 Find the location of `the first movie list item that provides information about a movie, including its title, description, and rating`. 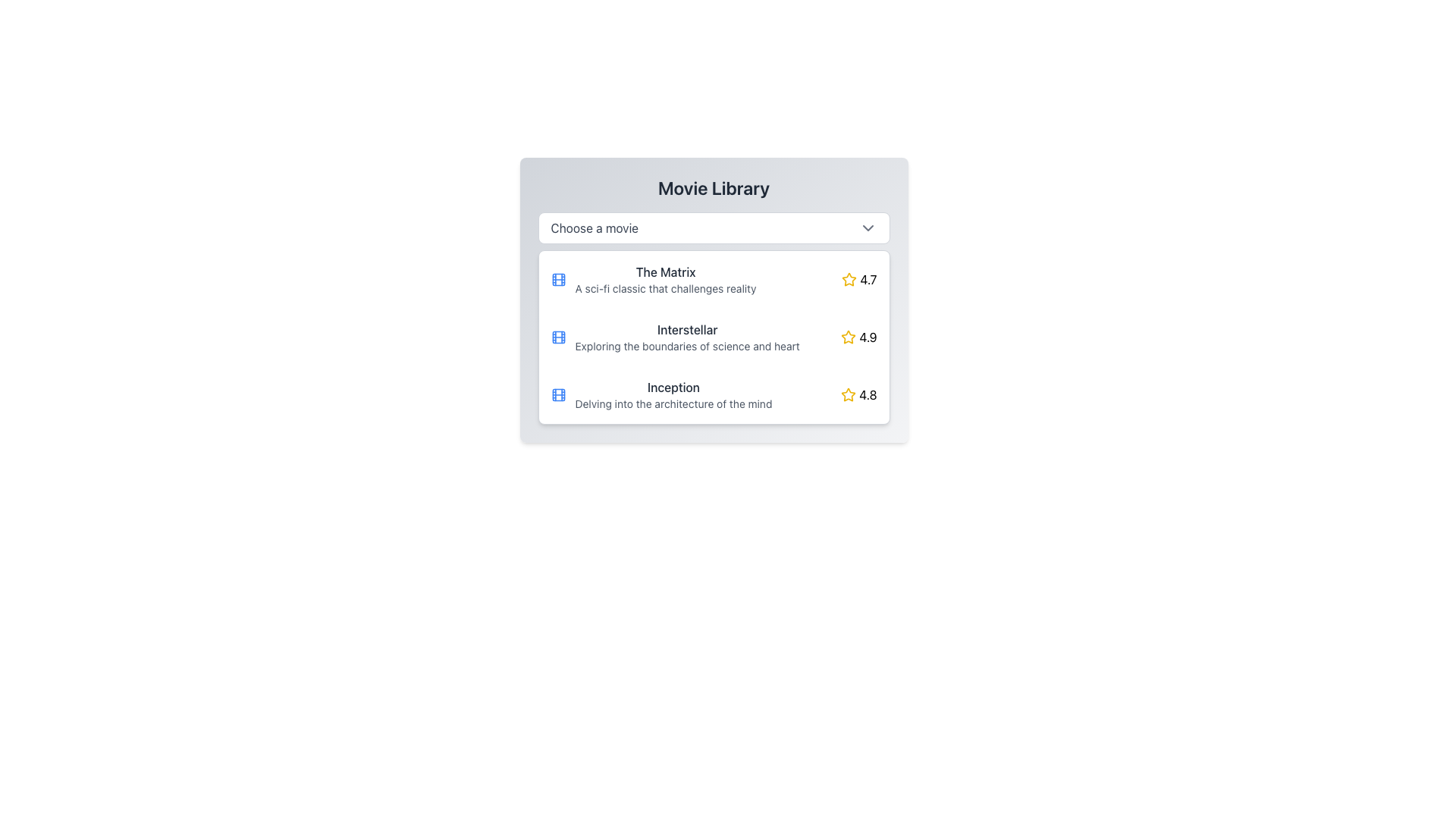

the first movie list item that provides information about a movie, including its title, description, and rating is located at coordinates (713, 280).